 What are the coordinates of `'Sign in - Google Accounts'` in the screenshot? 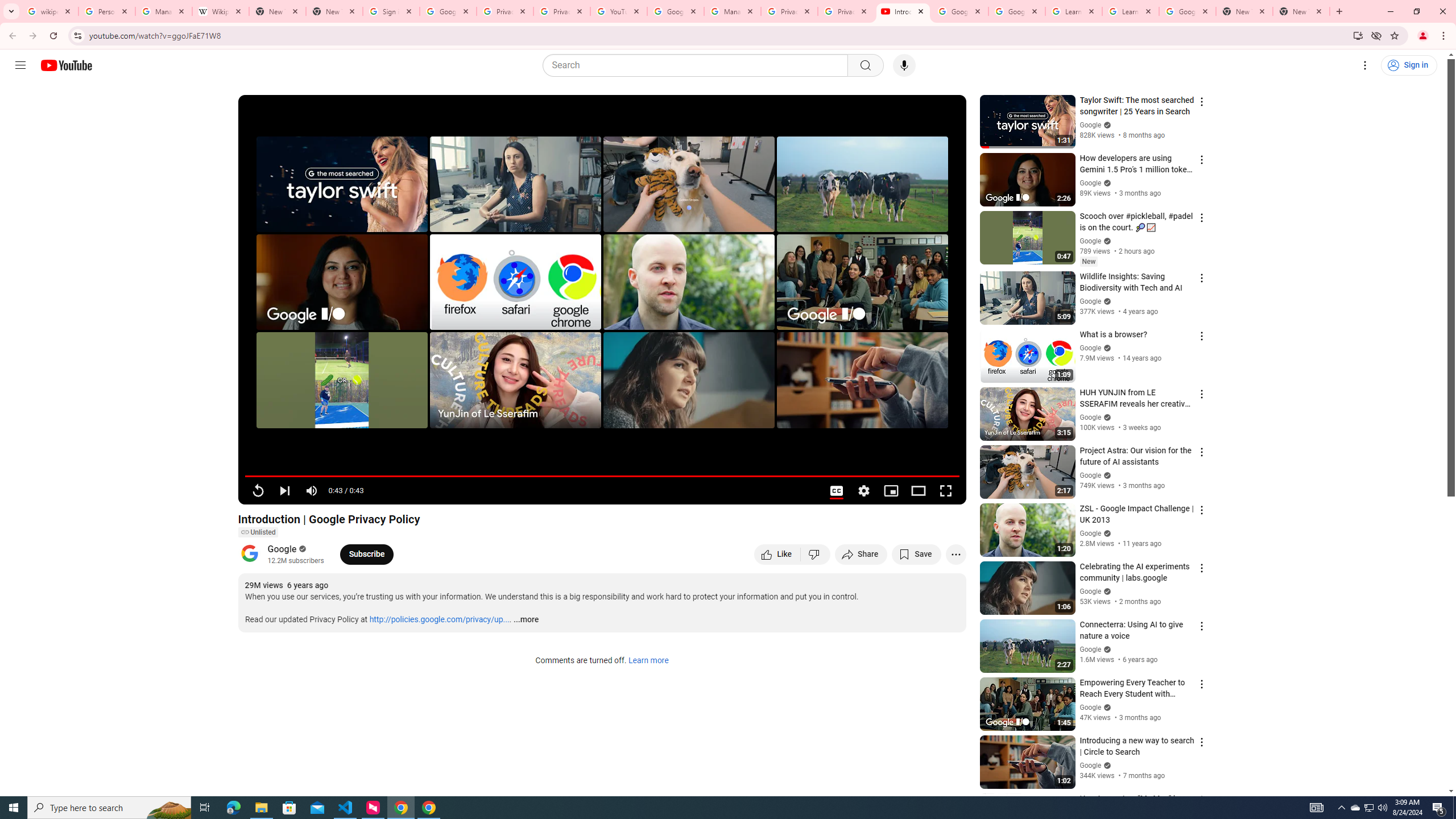 It's located at (391, 11).